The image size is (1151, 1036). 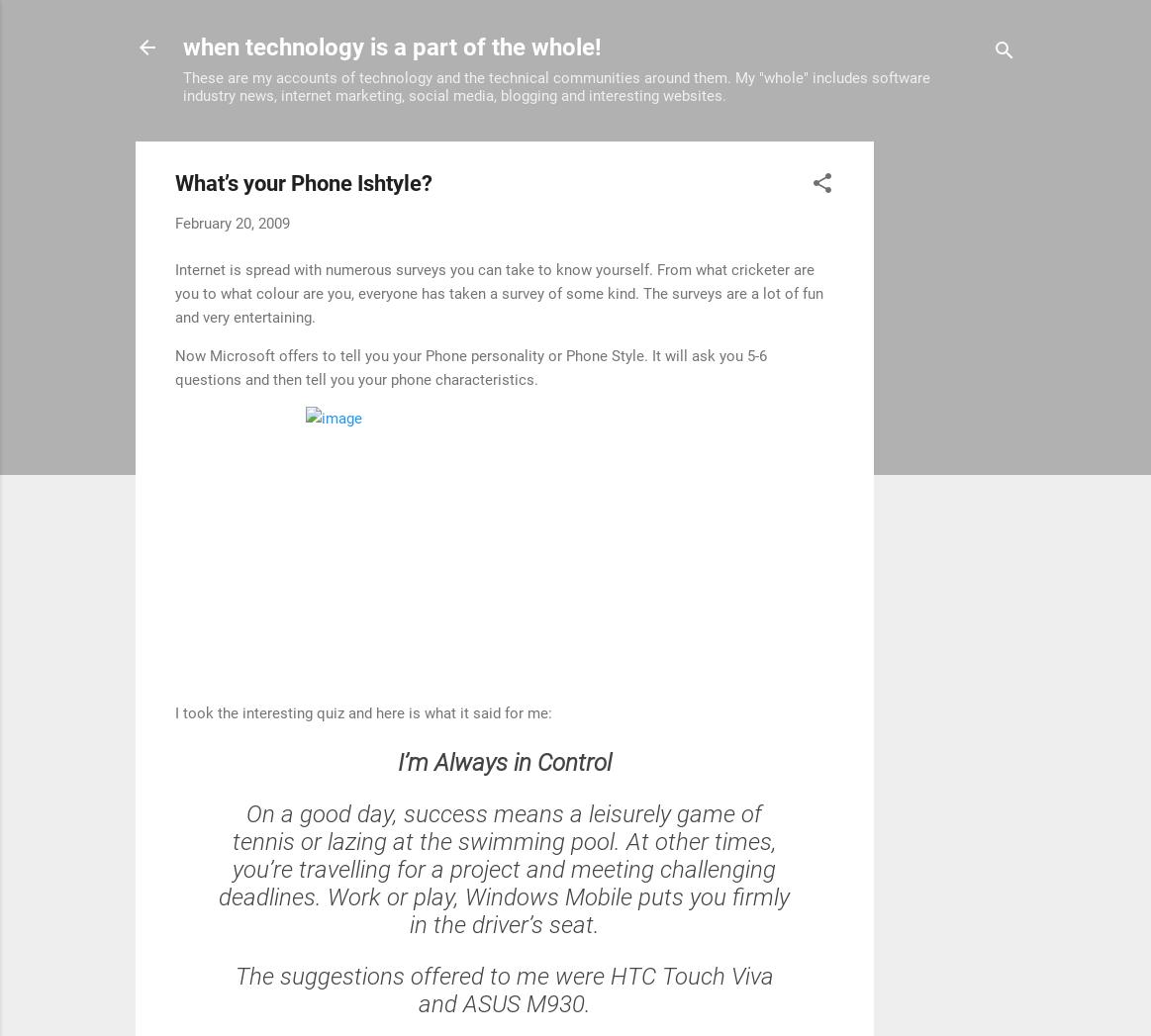 What do you see at coordinates (503, 868) in the screenshot?
I see `'On a good day, success means a leisurely game of tennis or lazing at the swimming pool. At other times, you’re travelling for a project and meeting challenging deadlines. Work or play, Windows Mobile puts you firmly in the driver’s seat.'` at bounding box center [503, 868].